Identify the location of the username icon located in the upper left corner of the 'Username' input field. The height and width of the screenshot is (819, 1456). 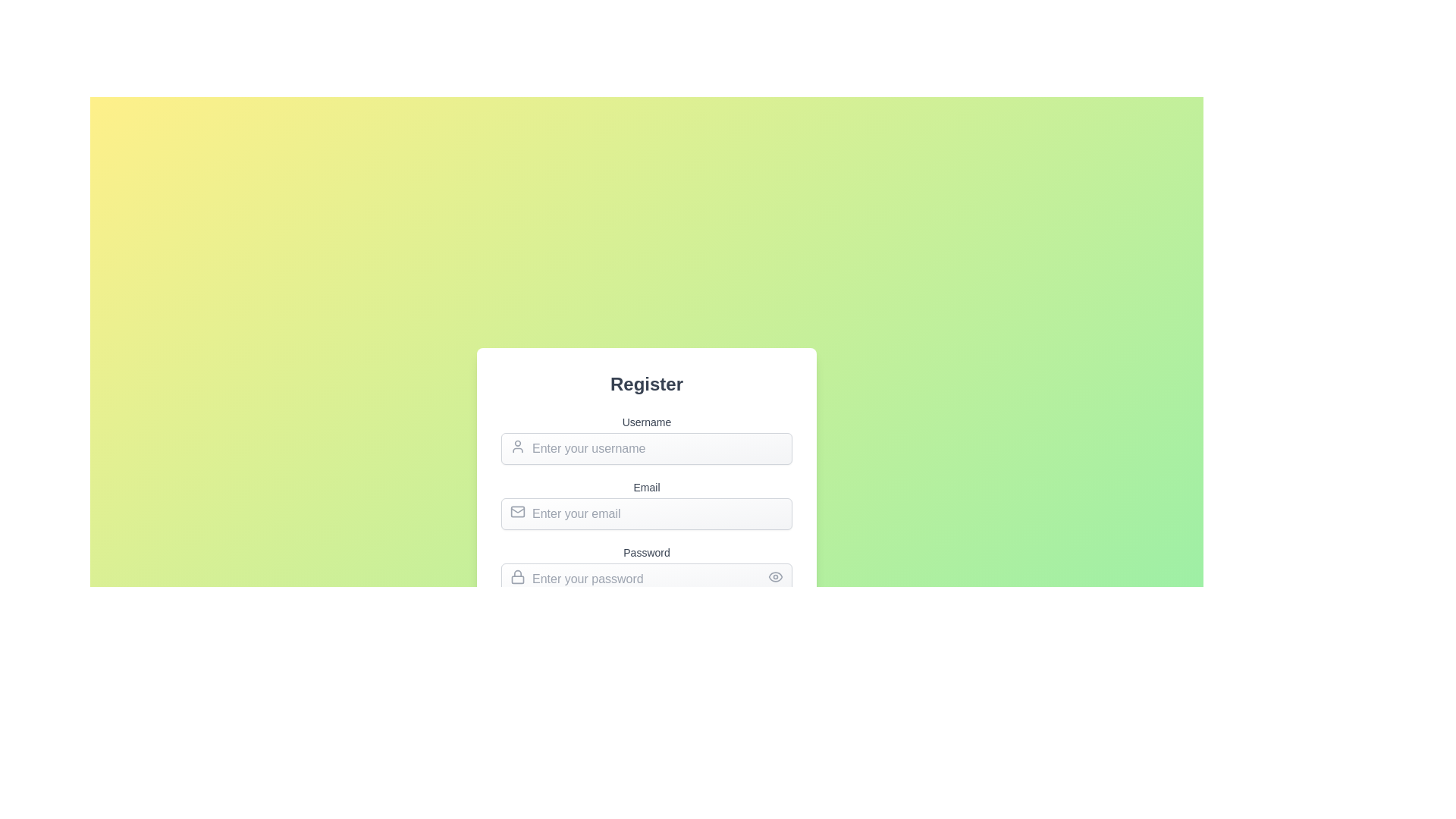
(517, 446).